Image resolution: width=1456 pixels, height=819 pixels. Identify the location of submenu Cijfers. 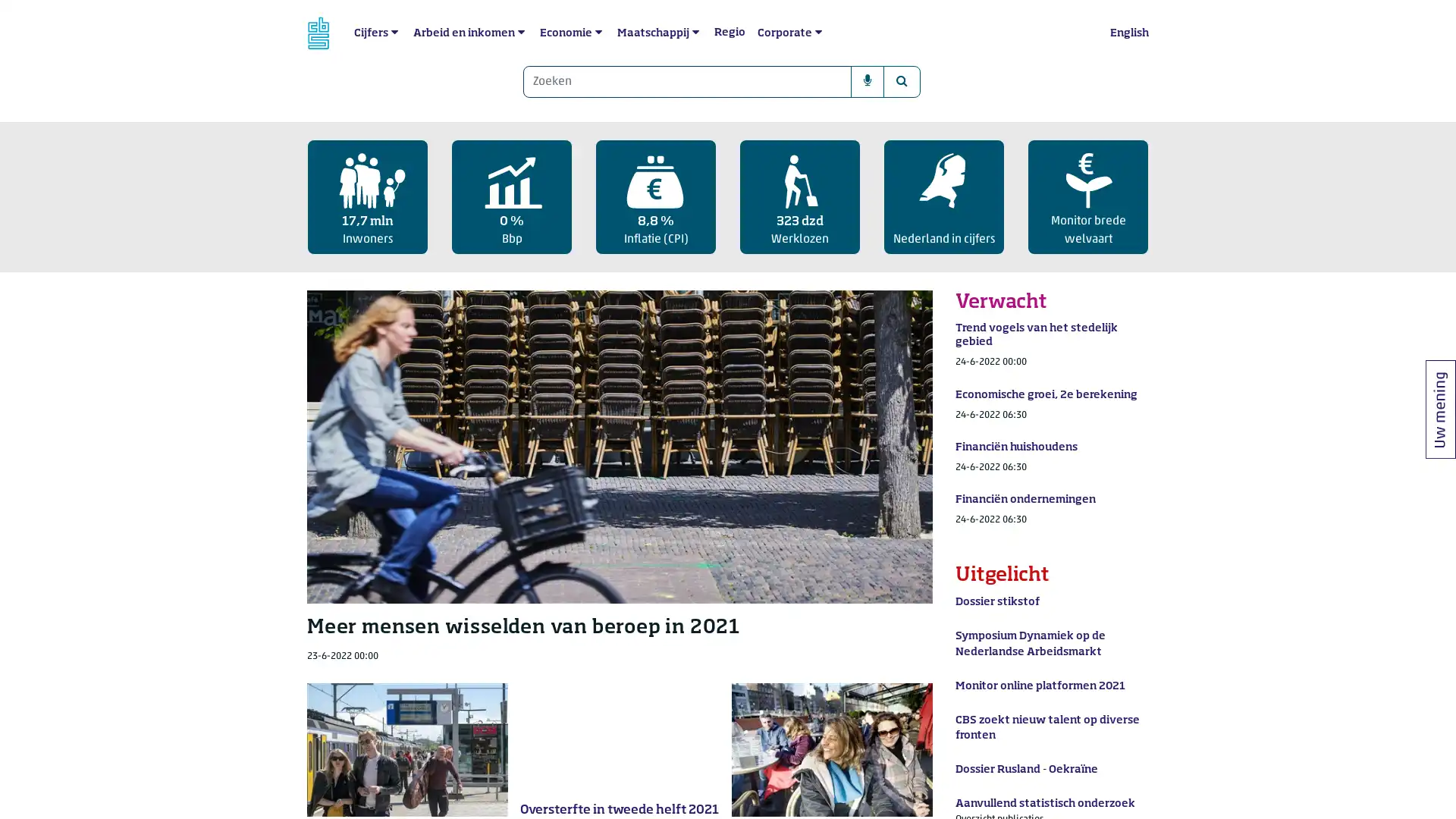
(394, 32).